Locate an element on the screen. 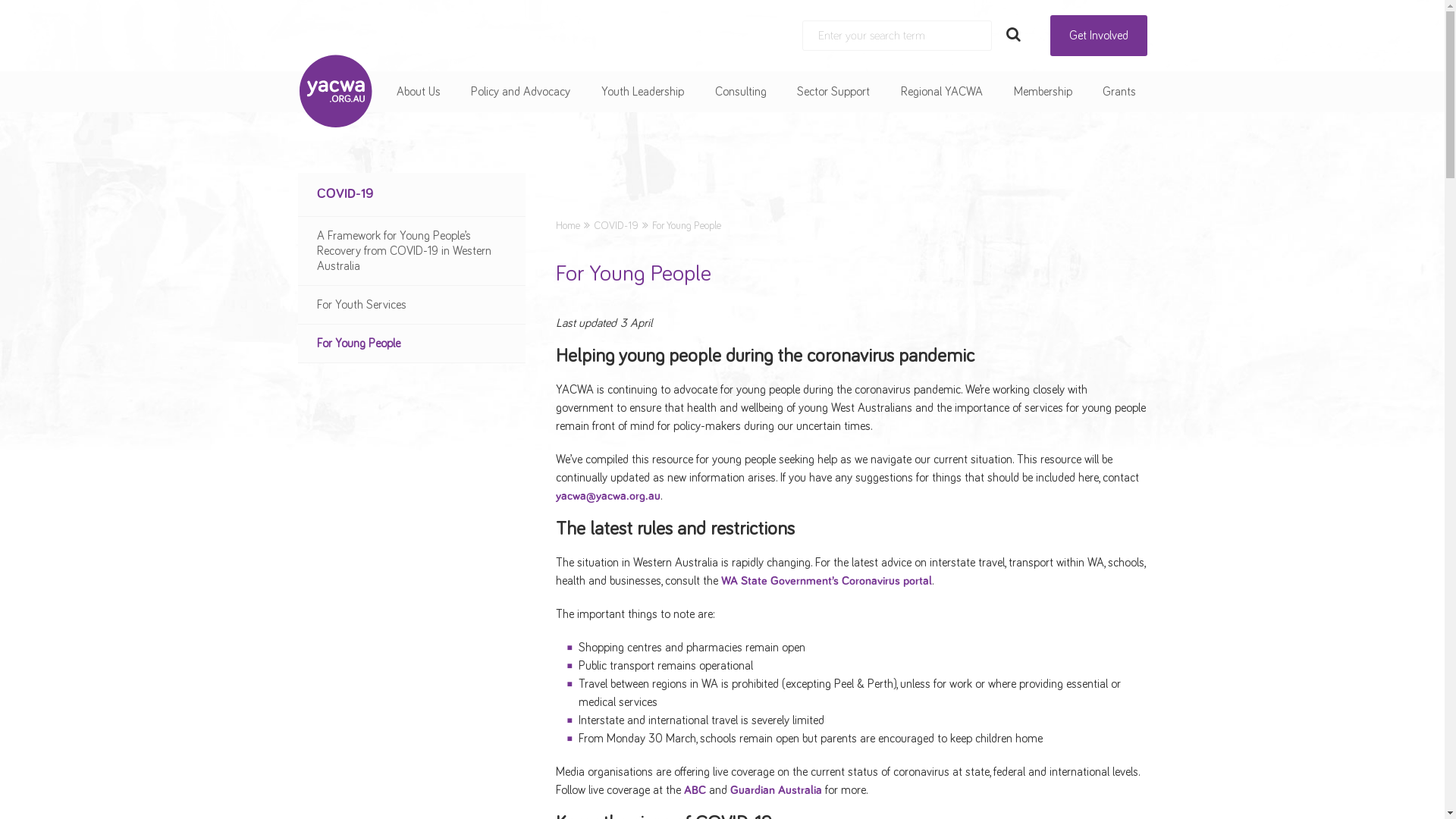  'COVID-19' is located at coordinates (615, 225).